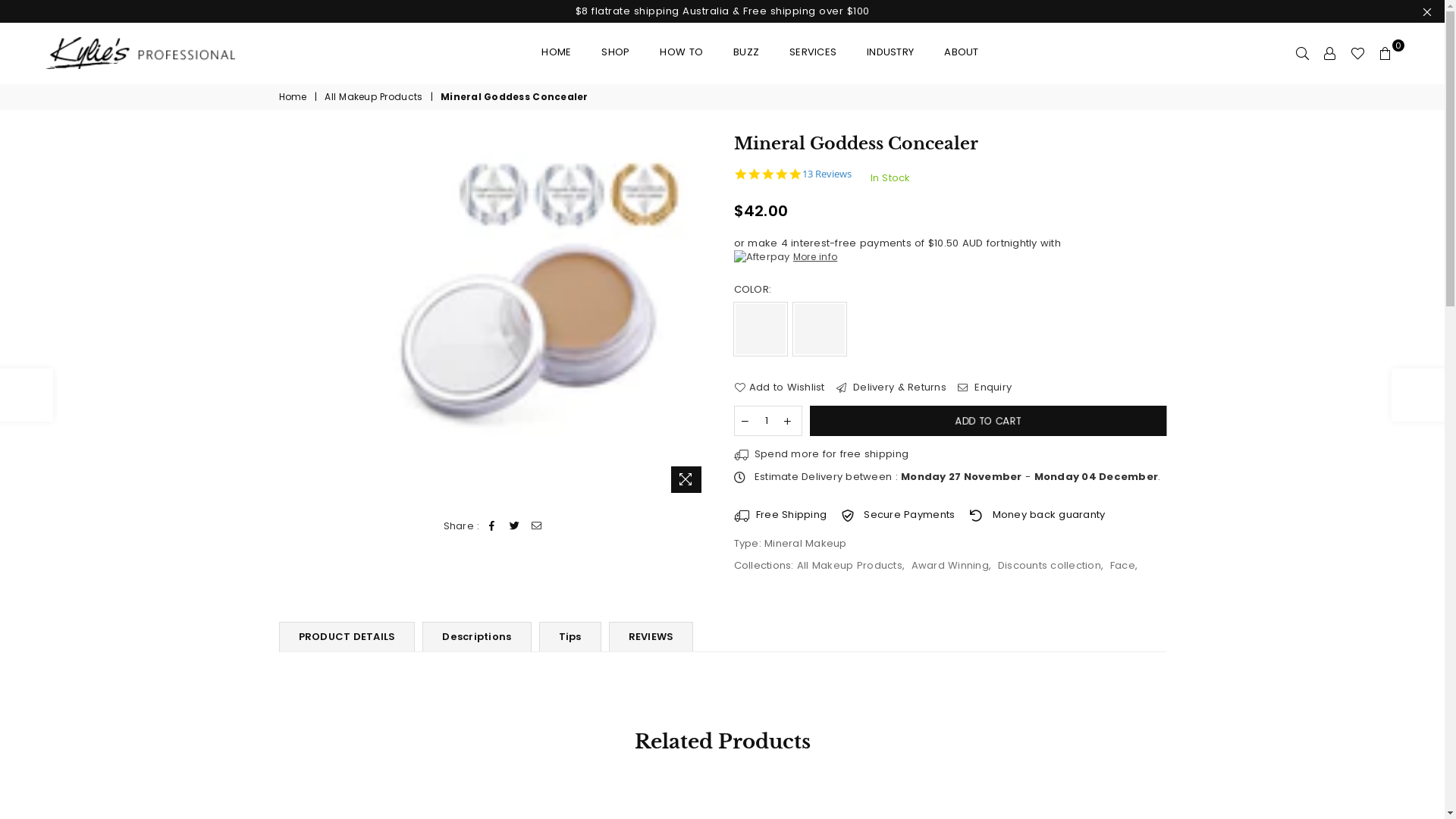  I want to click on '5.0 star rating, so click(734, 174).